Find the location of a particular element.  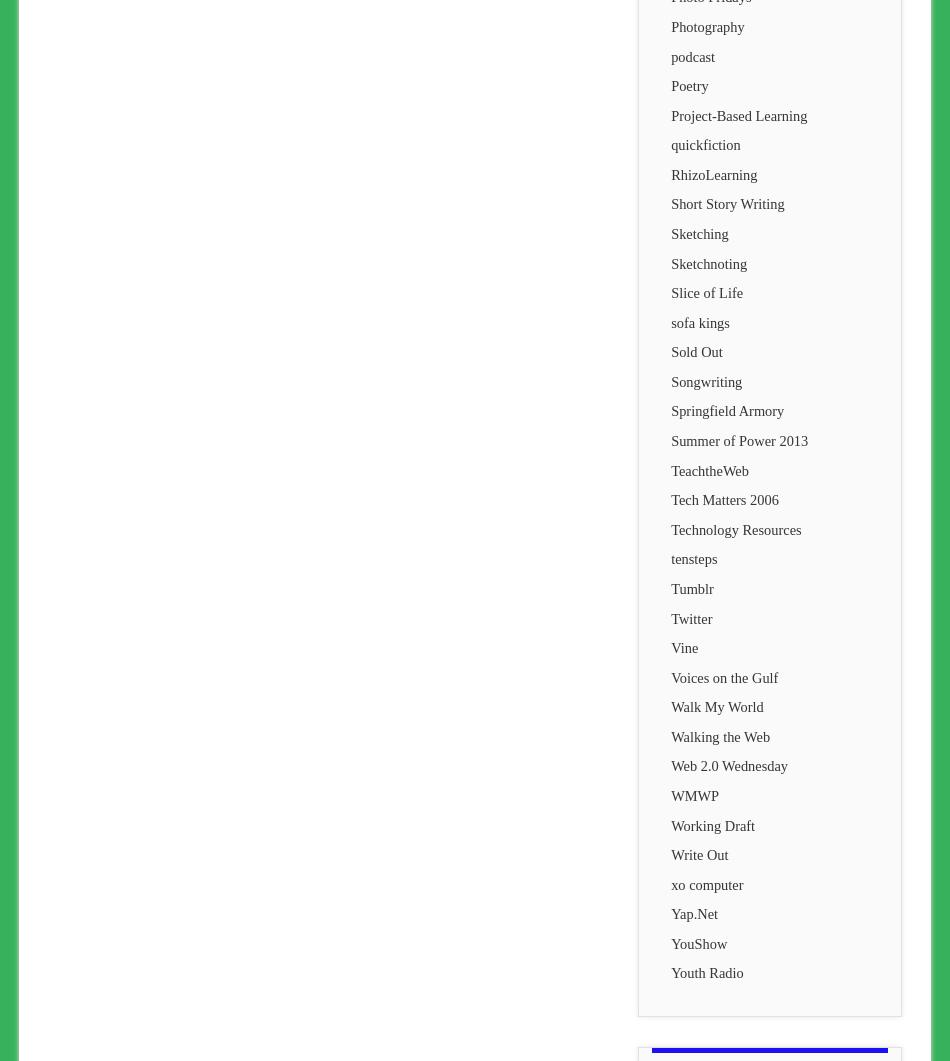

'YouShow' is located at coordinates (670, 942).